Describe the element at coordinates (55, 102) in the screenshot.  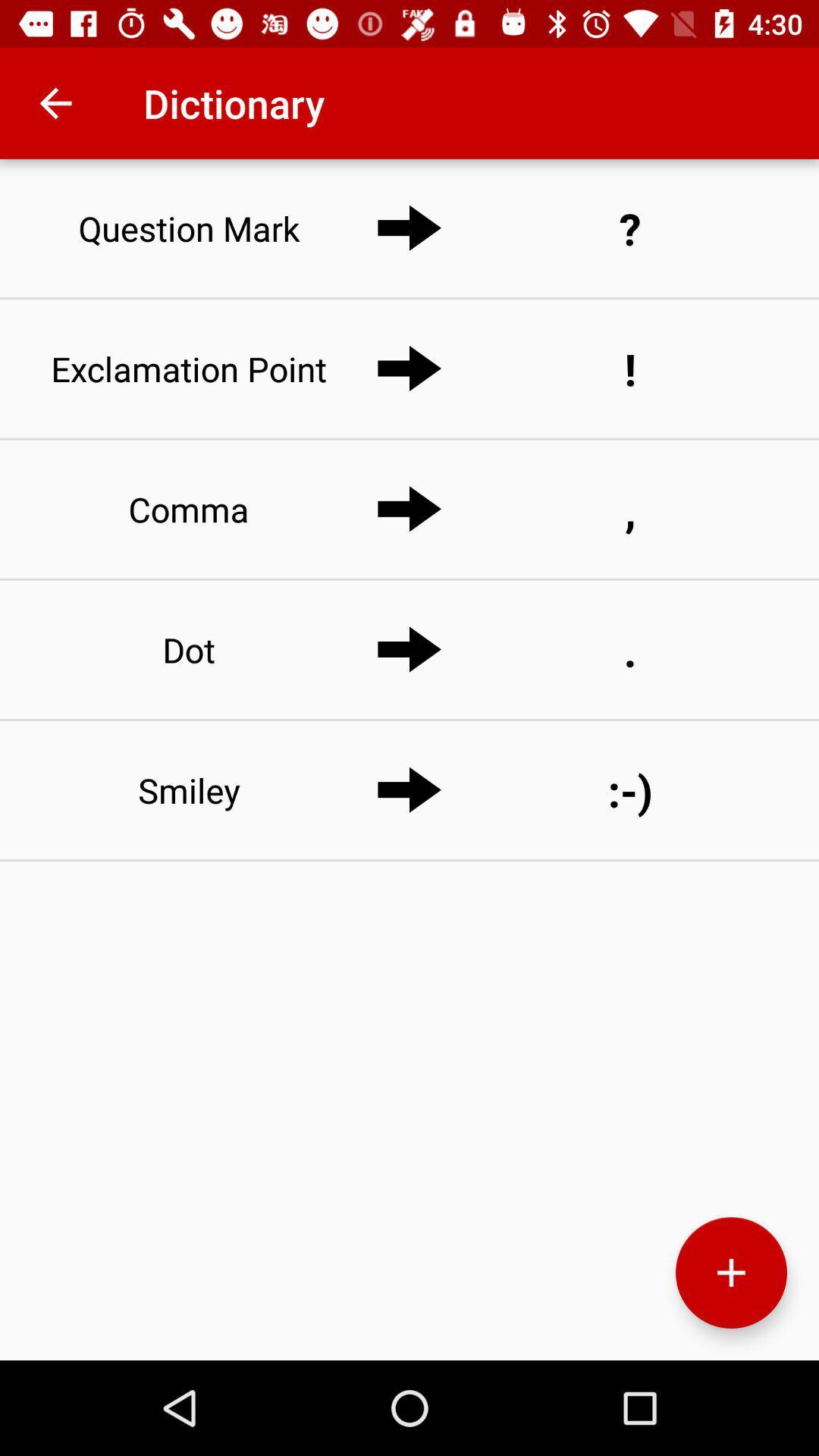
I see `the item next to the dictionary` at that location.